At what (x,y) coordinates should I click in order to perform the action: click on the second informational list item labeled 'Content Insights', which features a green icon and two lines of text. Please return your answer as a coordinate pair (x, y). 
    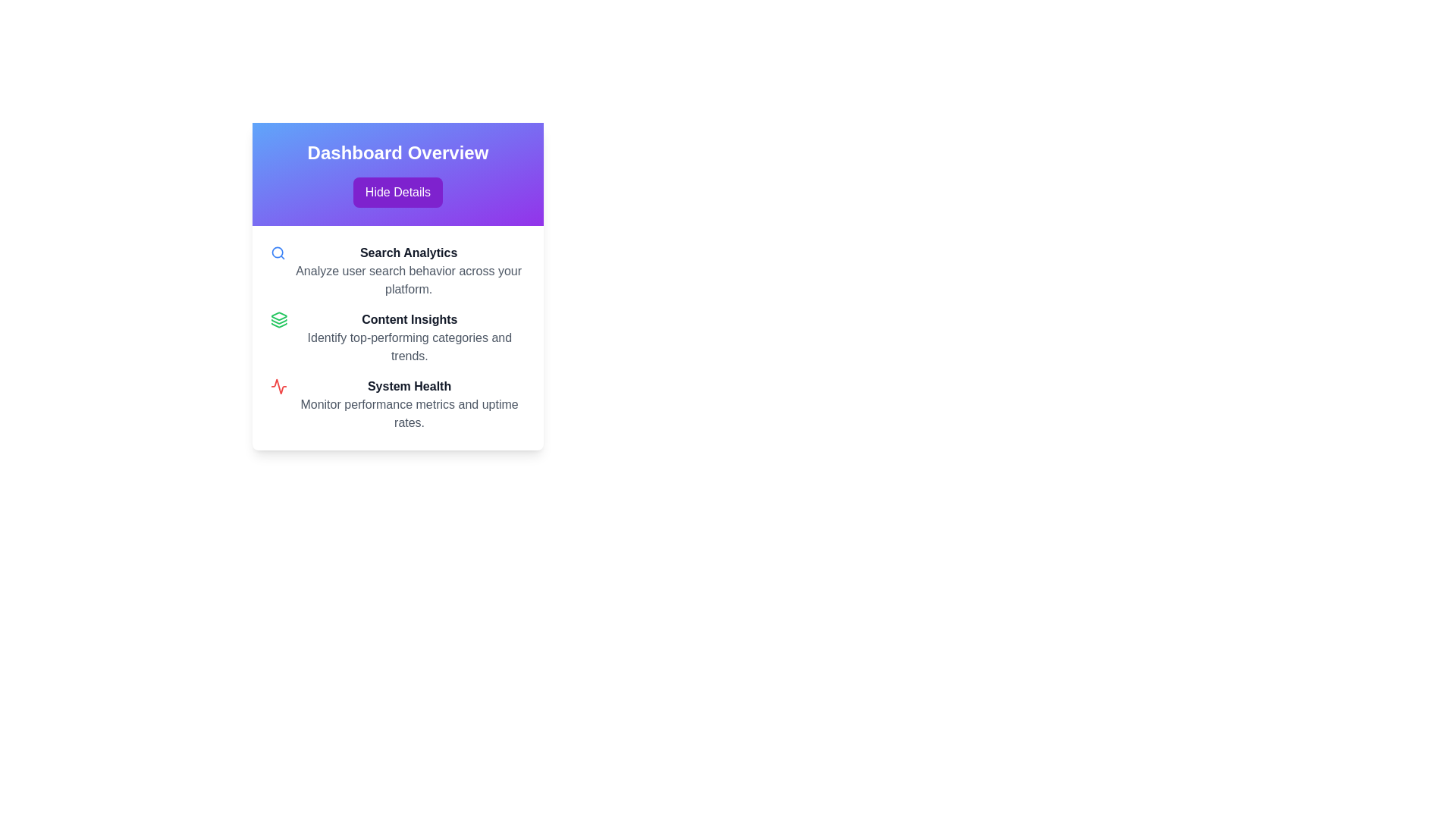
    Looking at the image, I should click on (397, 337).